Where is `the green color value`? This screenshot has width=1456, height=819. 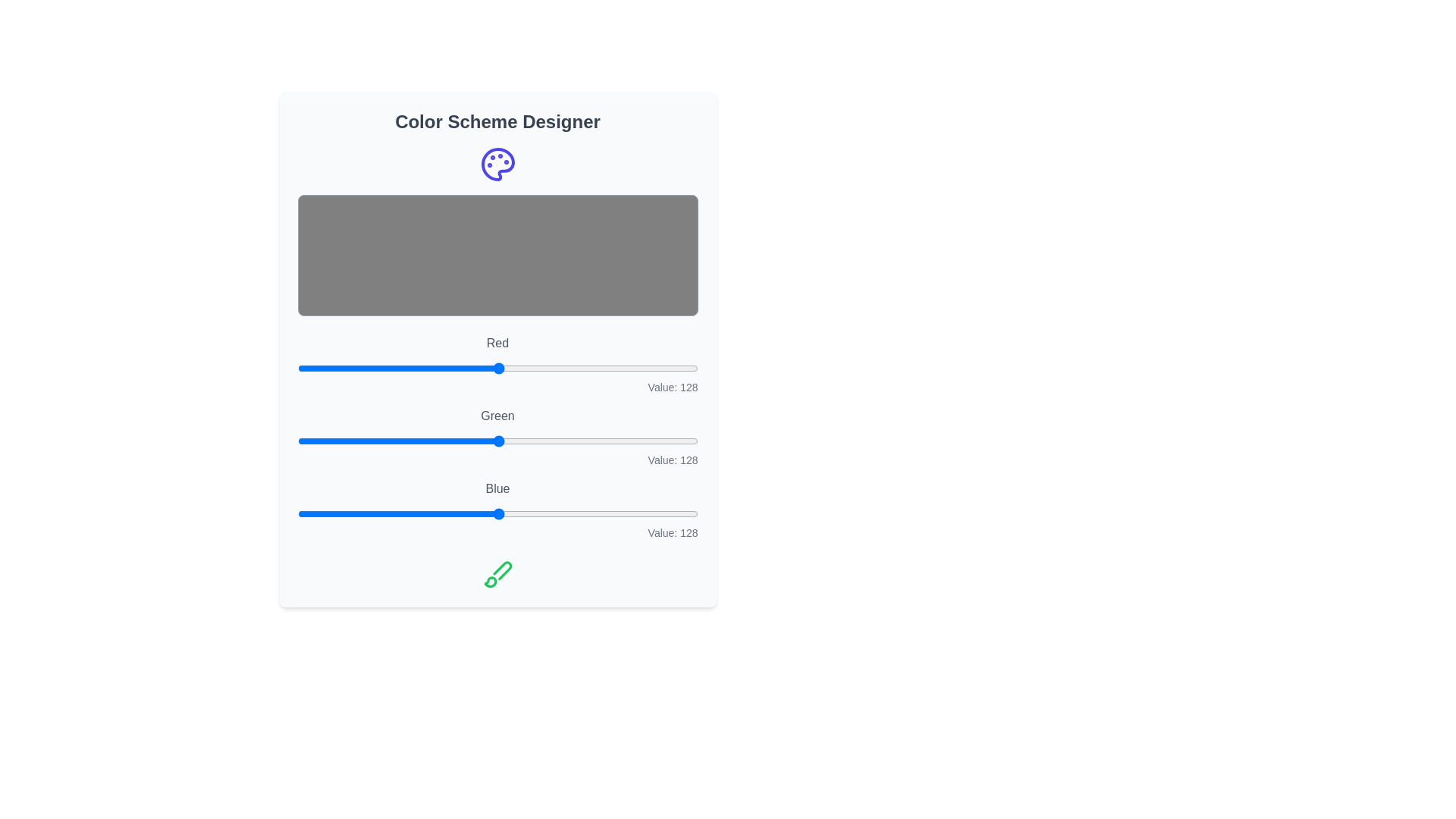 the green color value is located at coordinates (514, 441).